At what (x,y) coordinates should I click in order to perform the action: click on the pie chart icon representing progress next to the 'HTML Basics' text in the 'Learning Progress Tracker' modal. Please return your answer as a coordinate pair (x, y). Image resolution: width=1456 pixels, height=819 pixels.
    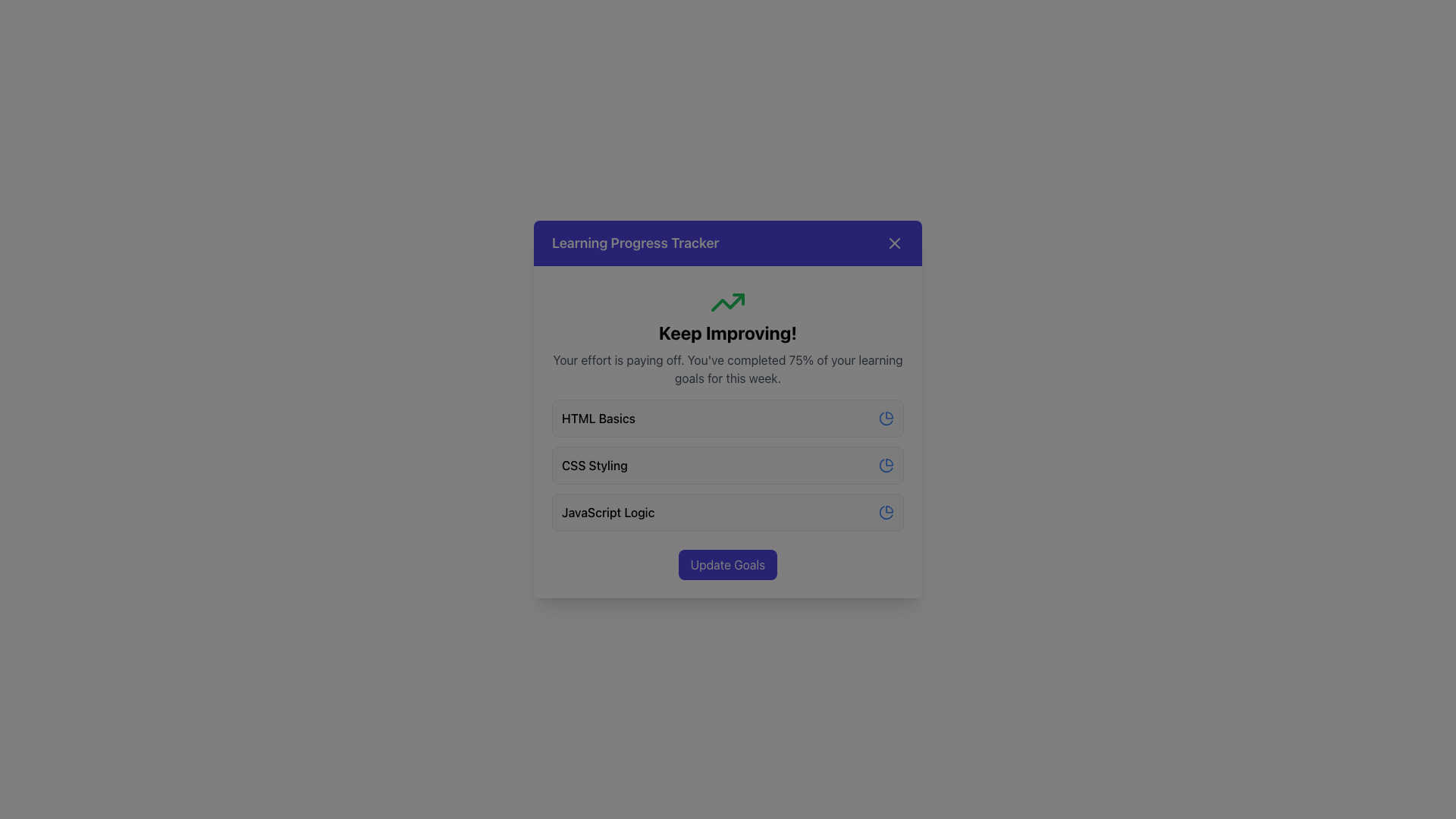
    Looking at the image, I should click on (886, 419).